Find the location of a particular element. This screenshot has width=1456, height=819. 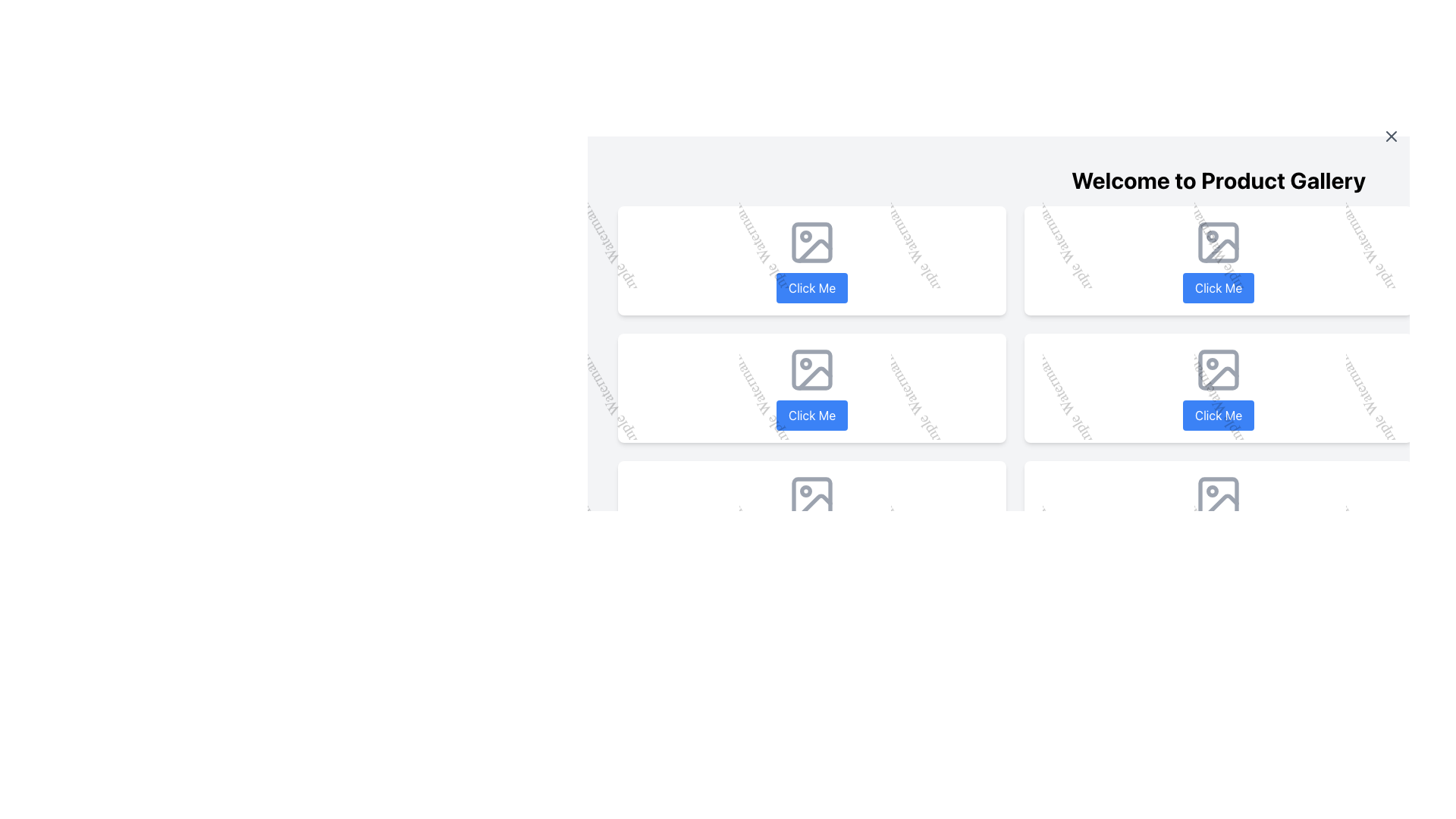

the 'Click Me' button located in the top-right section of the interface to change its background color is located at coordinates (1219, 288).